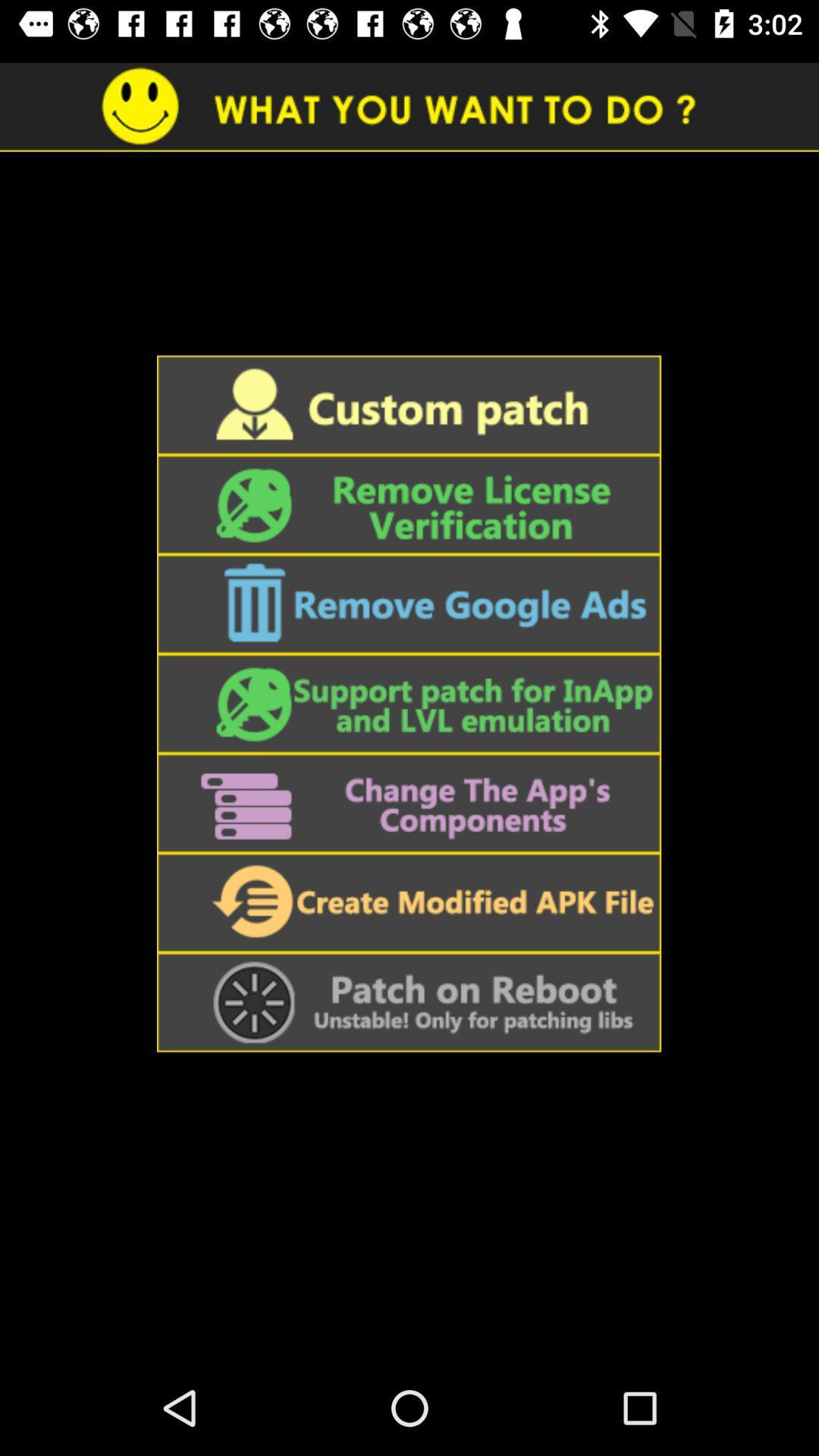 The image size is (819, 1456). I want to click on support patch, so click(408, 703).